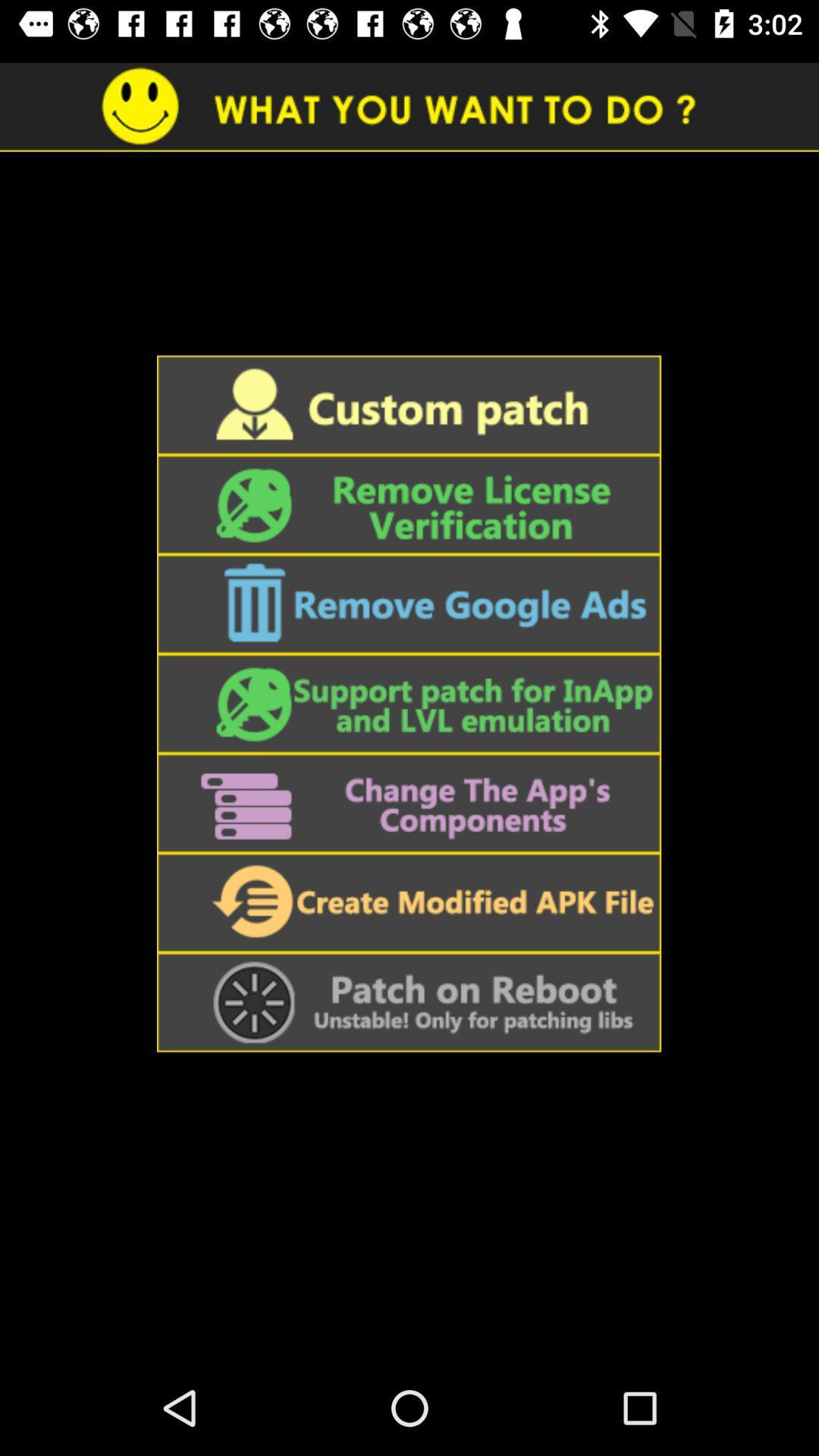 The image size is (819, 1456). I want to click on support patch, so click(408, 703).